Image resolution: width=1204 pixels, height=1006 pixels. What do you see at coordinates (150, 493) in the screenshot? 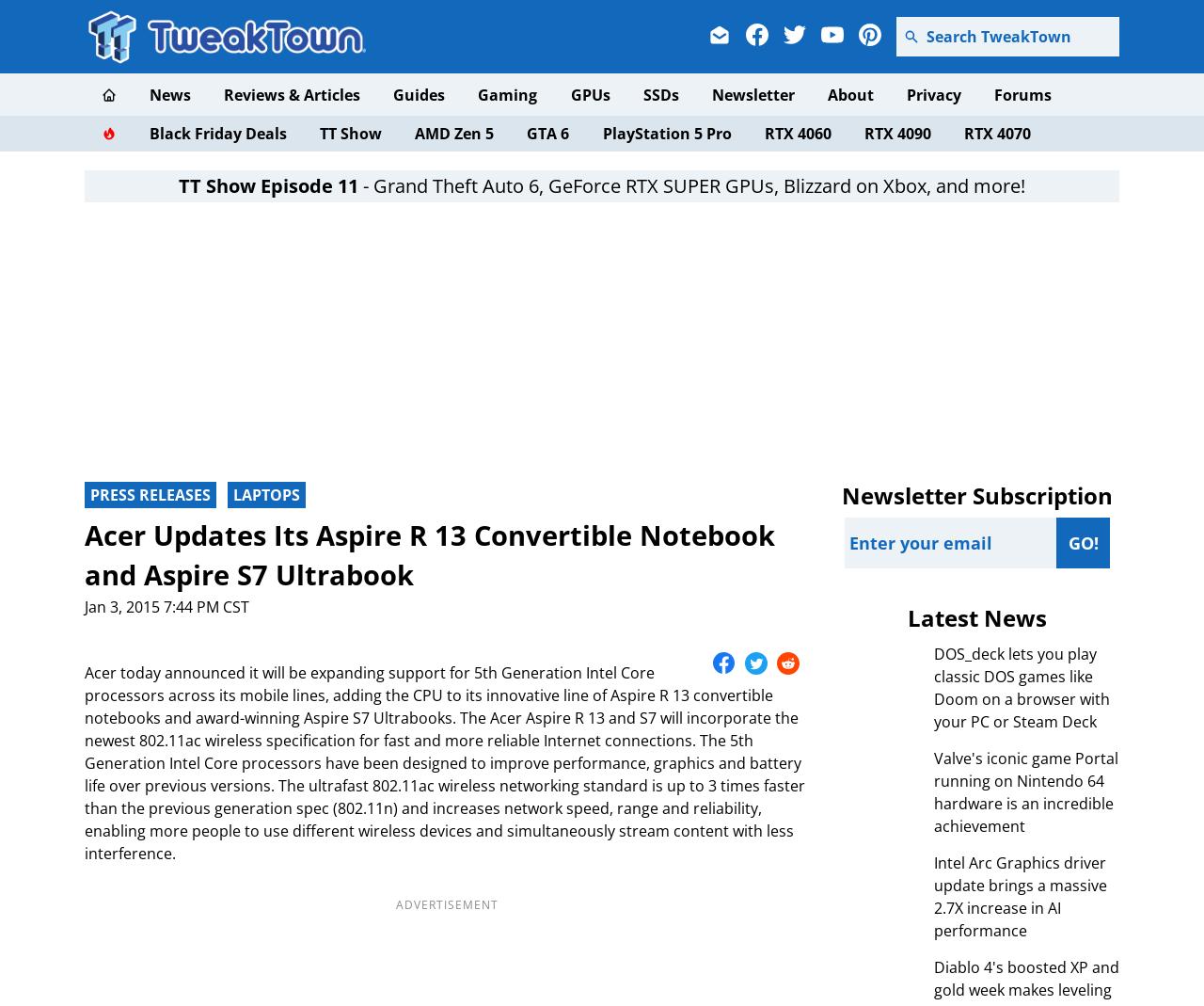
I see `'Press Releases'` at bounding box center [150, 493].